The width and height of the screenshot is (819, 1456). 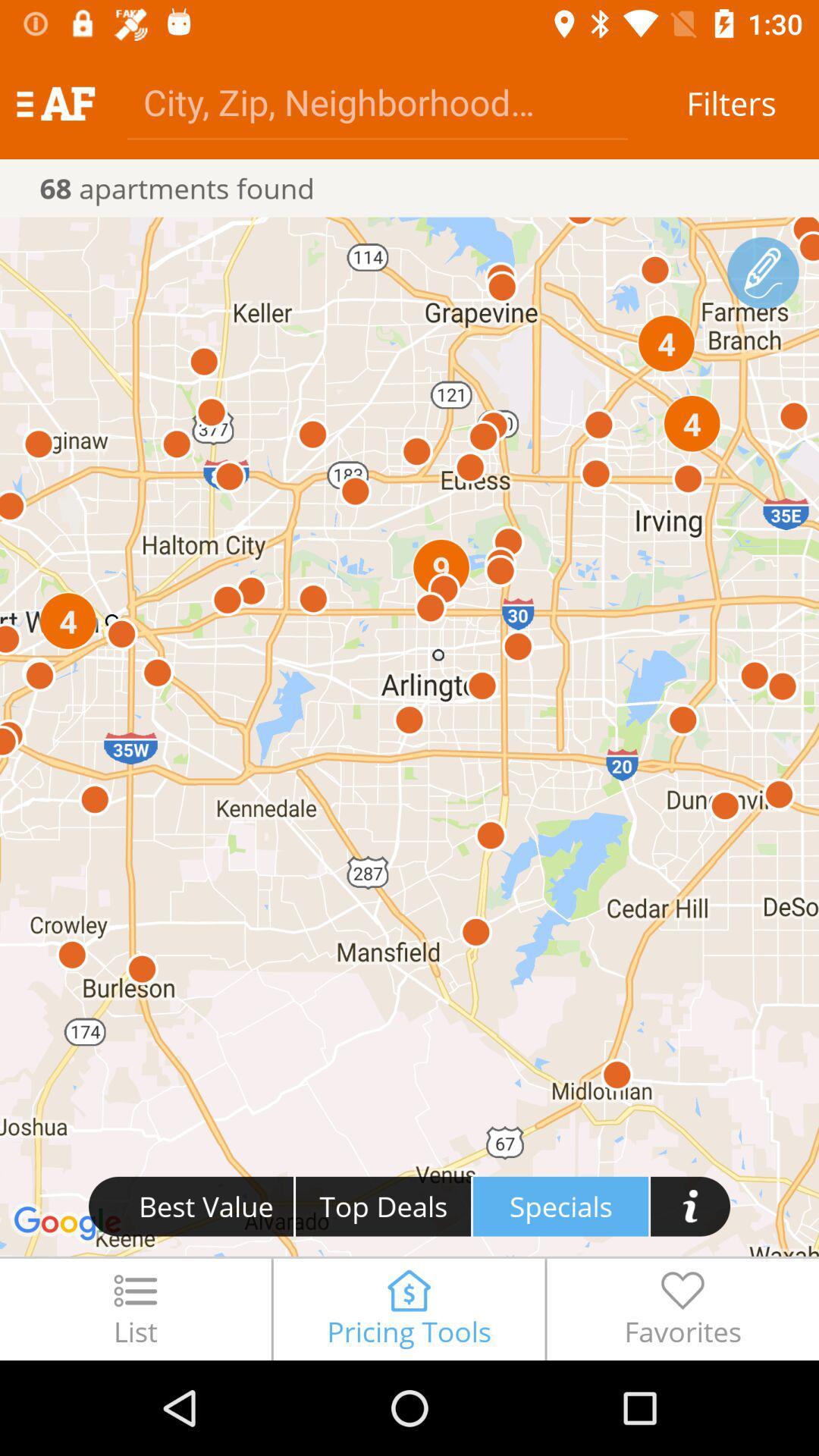 What do you see at coordinates (408, 1308) in the screenshot?
I see `the item next to list` at bounding box center [408, 1308].